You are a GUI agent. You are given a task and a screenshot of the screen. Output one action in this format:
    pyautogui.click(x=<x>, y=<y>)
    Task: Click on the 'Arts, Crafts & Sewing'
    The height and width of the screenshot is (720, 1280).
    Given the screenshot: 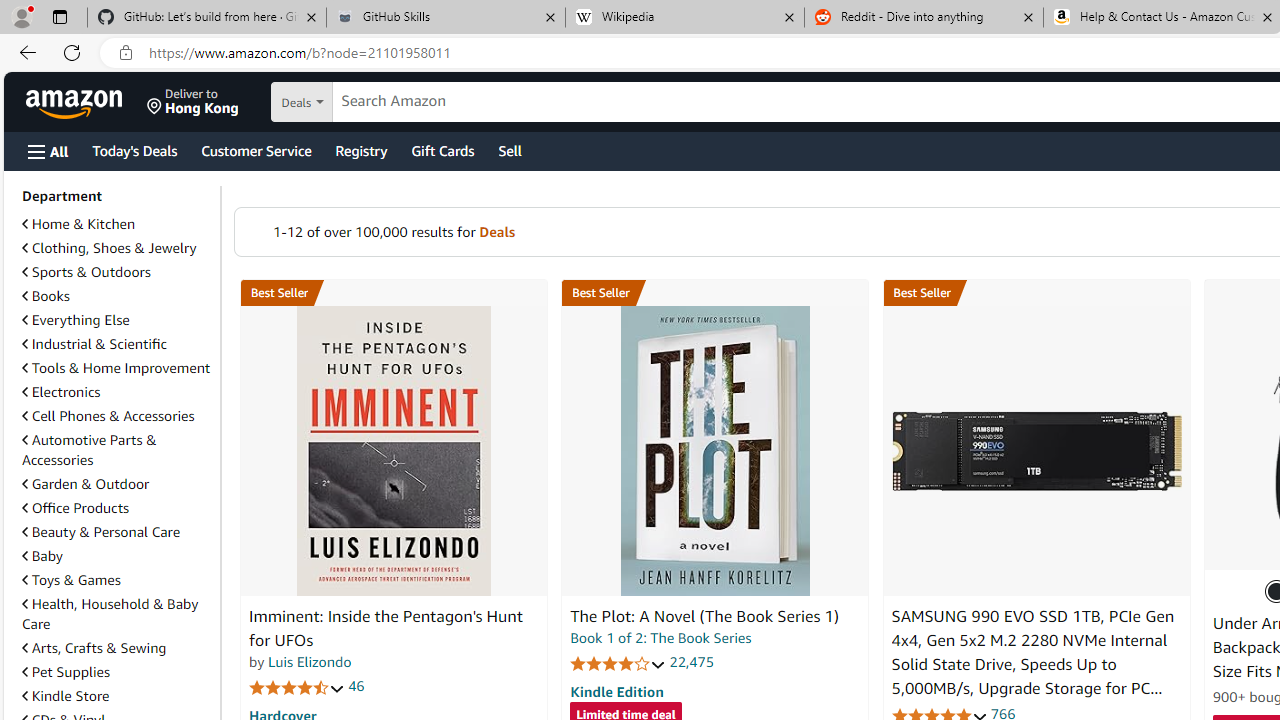 What is the action you would take?
    pyautogui.click(x=116, y=648)
    